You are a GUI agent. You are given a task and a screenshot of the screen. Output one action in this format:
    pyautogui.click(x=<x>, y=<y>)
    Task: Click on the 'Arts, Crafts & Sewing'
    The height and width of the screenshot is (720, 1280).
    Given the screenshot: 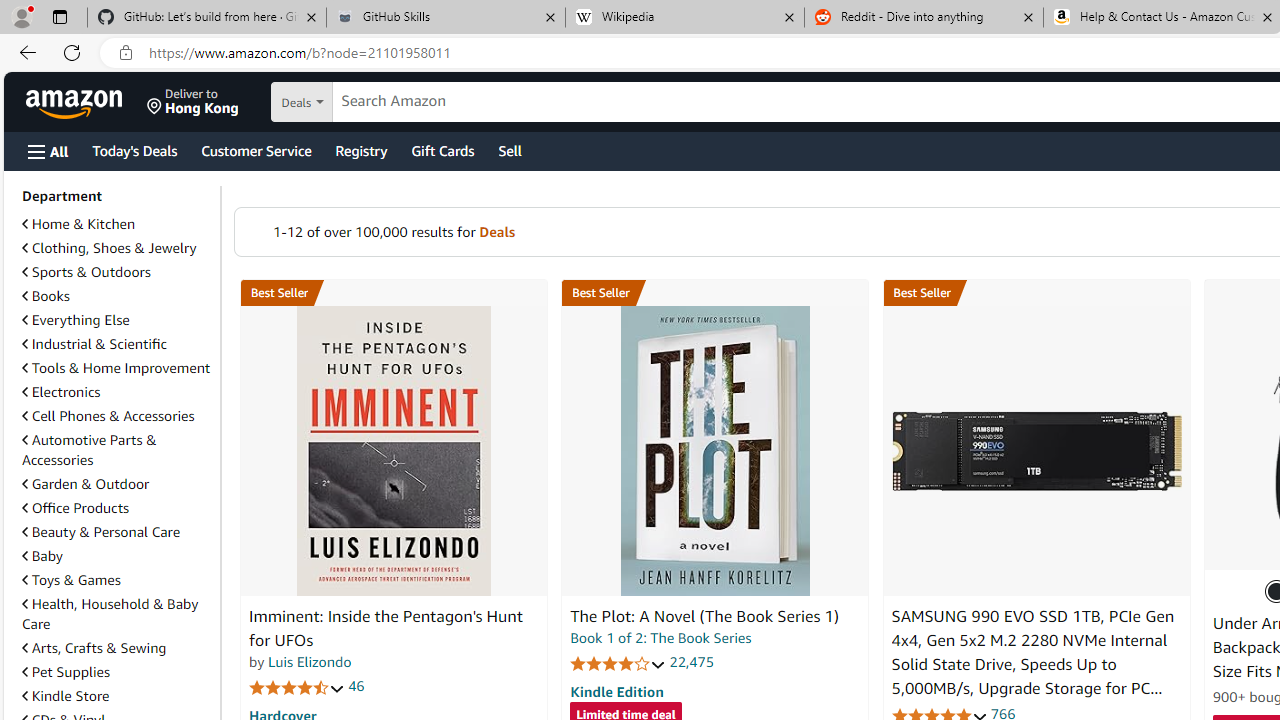 What is the action you would take?
    pyautogui.click(x=116, y=648)
    